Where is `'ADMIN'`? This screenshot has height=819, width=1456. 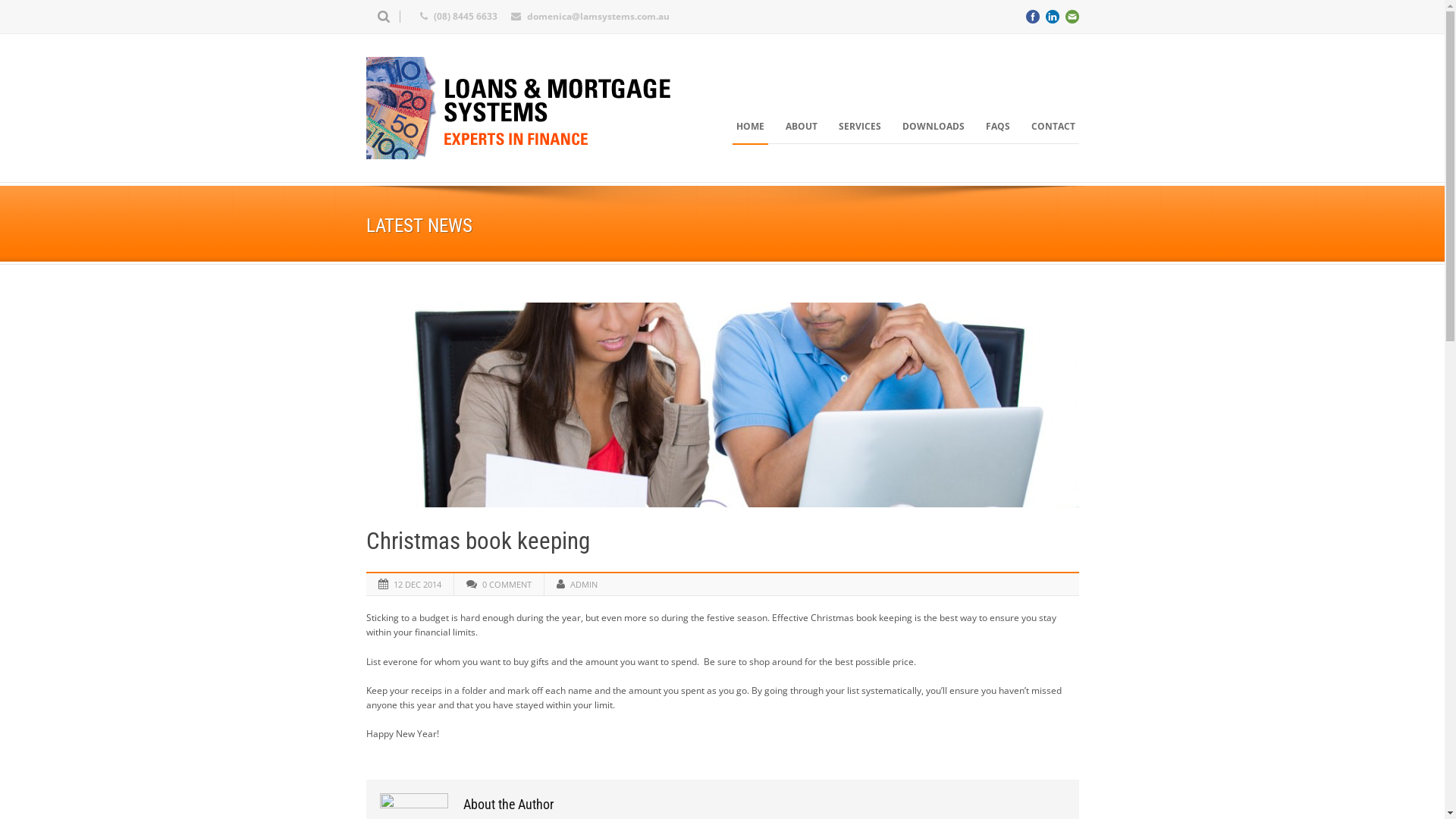
'ADMIN' is located at coordinates (570, 583).